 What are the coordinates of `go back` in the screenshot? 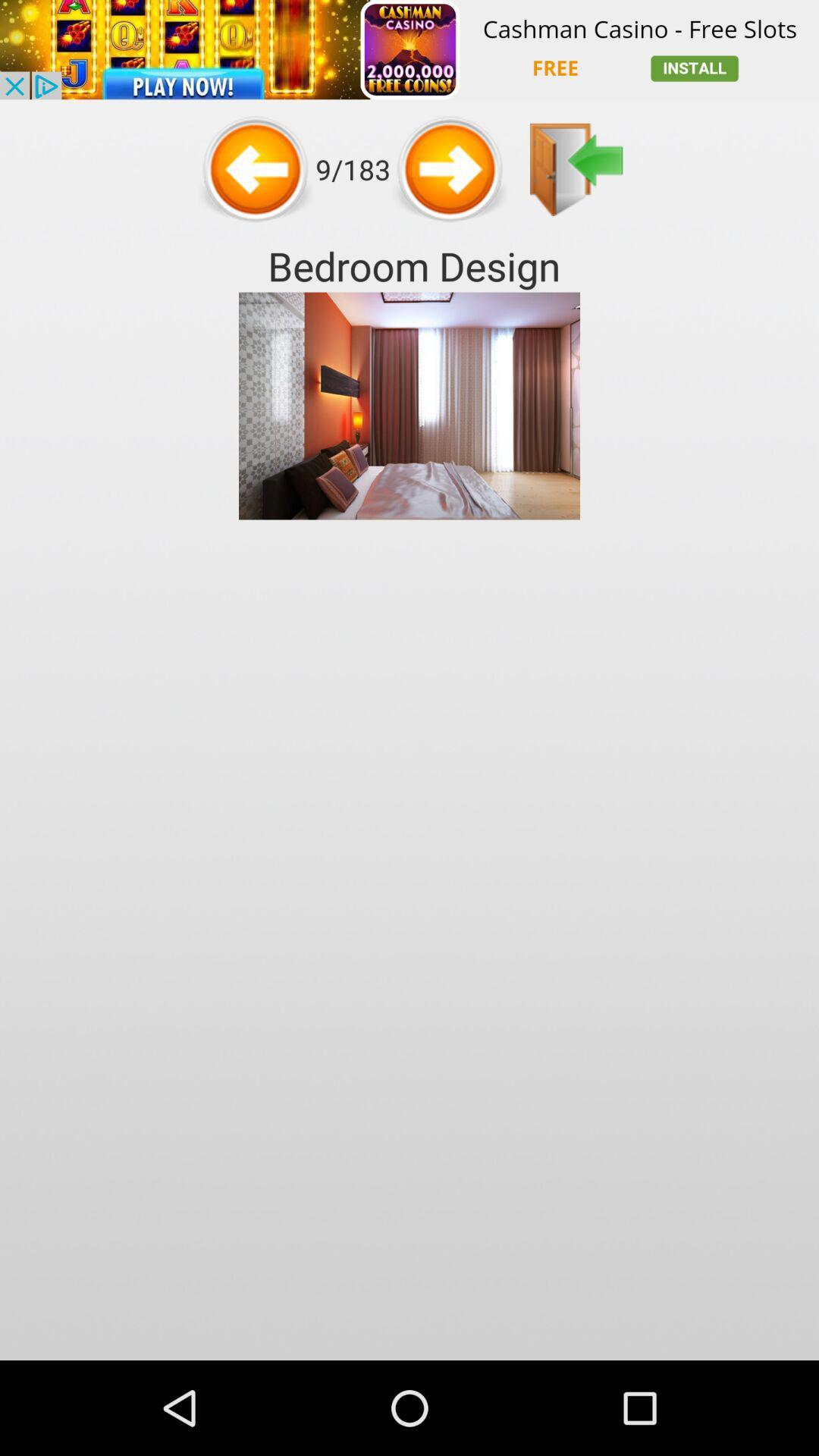 It's located at (576, 169).